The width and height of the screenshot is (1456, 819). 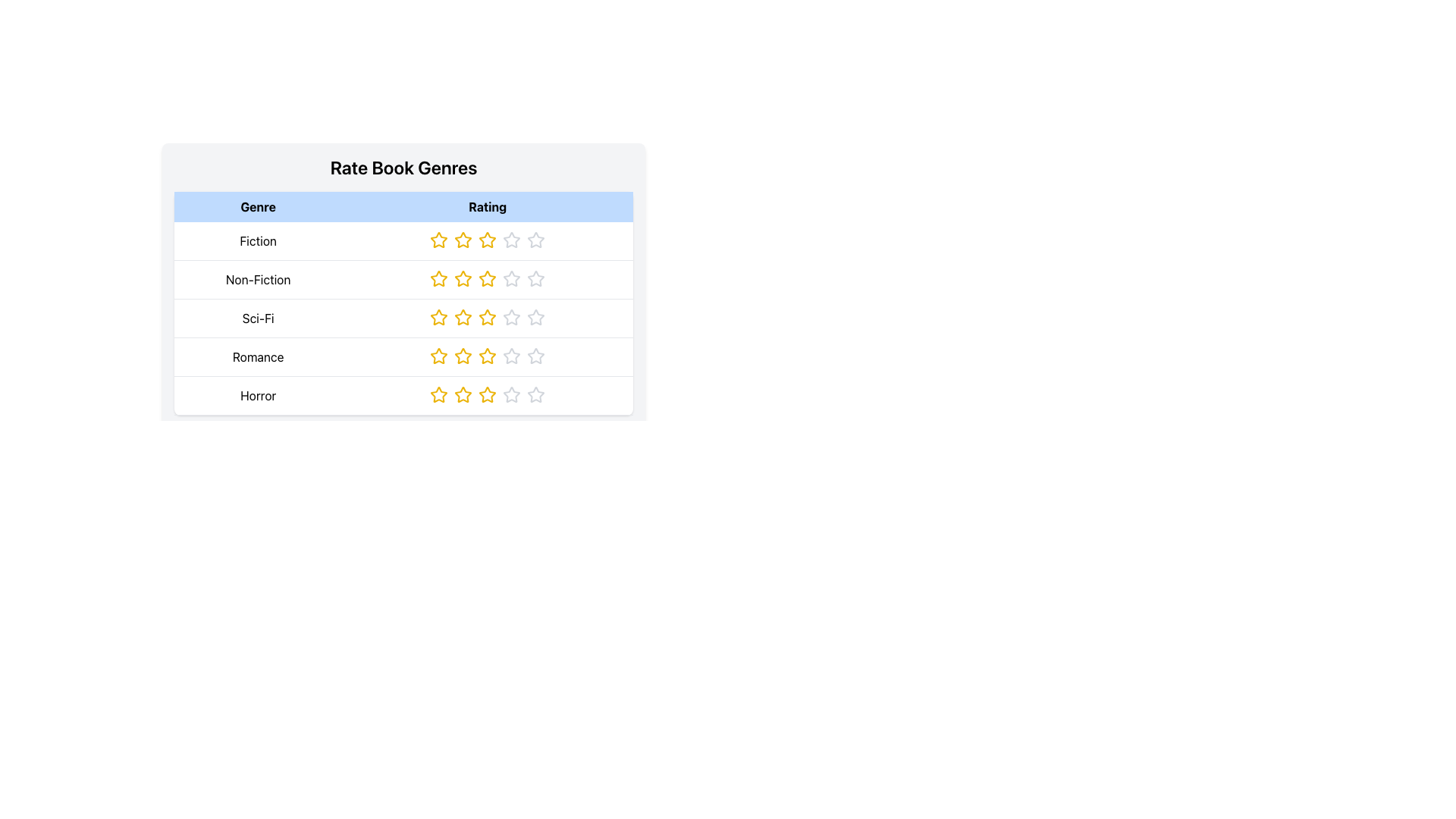 I want to click on the fourth star icon in the Sci-Fi genre rating system, so click(x=536, y=316).